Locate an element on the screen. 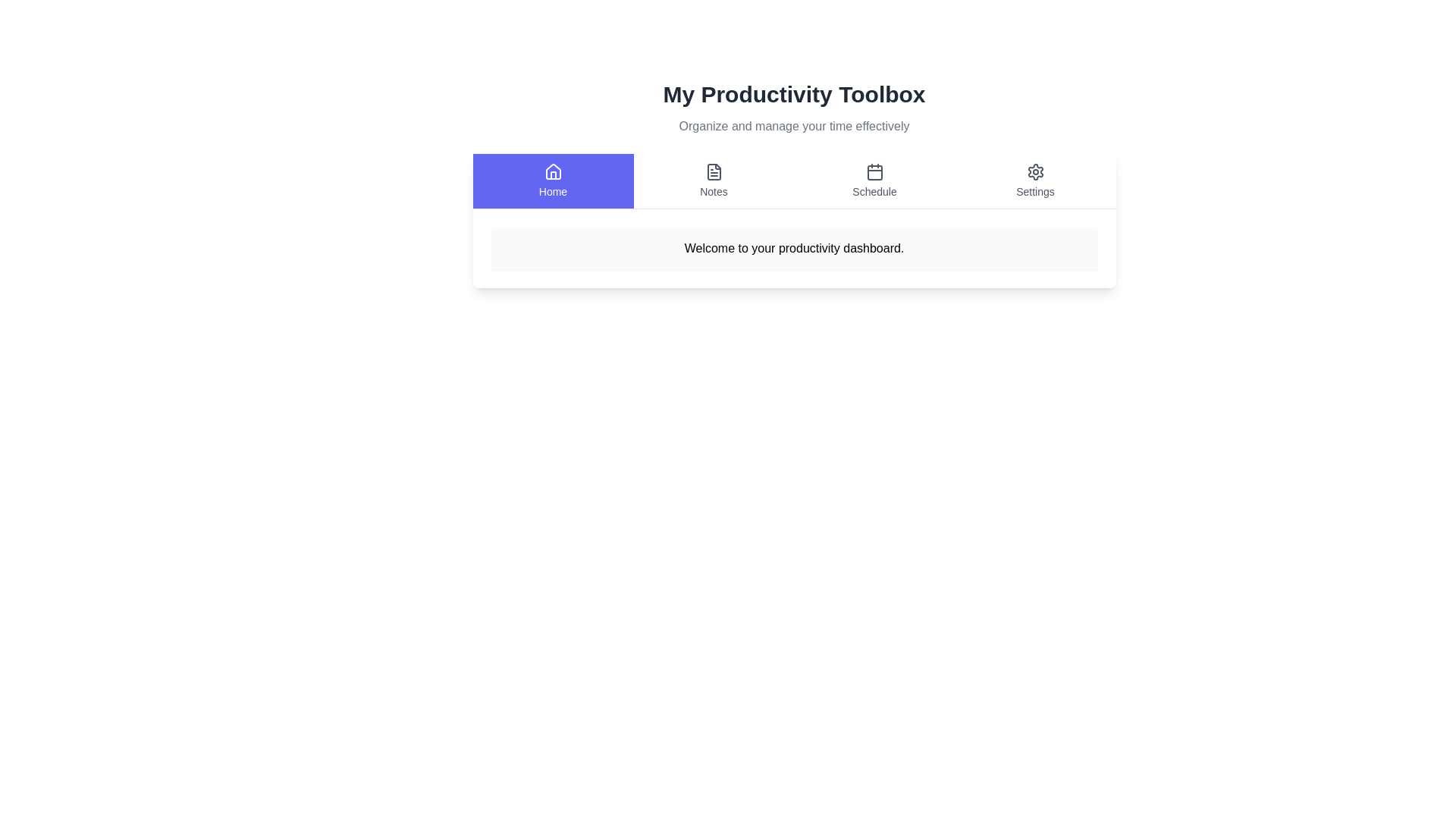 The width and height of the screenshot is (1456, 819). the 'Home' navigation item, which is represented by a house icon and enclosed in a blue rectangle, located at the top left section of the interface under 'My Productivity Toolbox' is located at coordinates (552, 180).